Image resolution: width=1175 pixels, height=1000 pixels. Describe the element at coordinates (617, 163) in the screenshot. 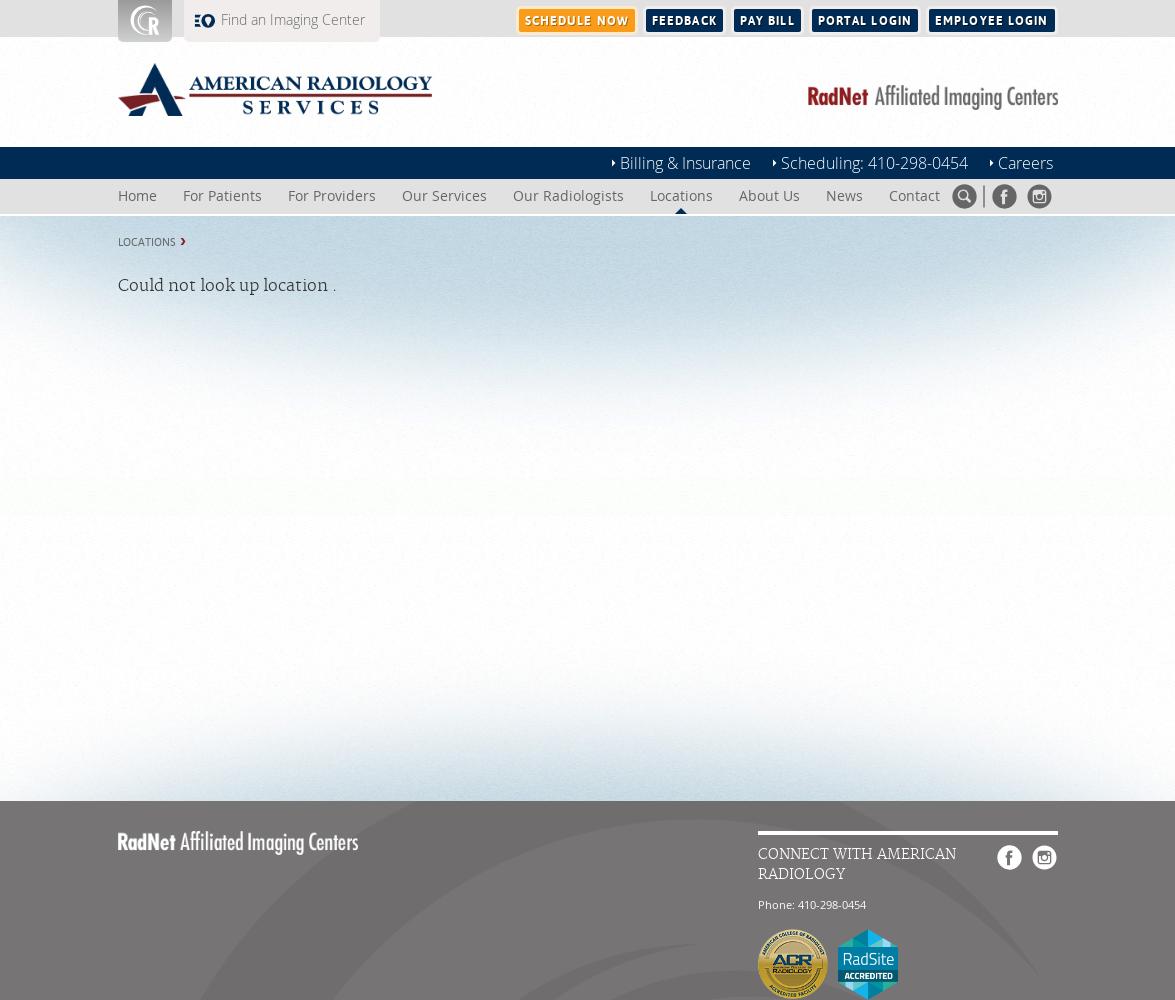

I see `'Billing & Insurance'` at that location.